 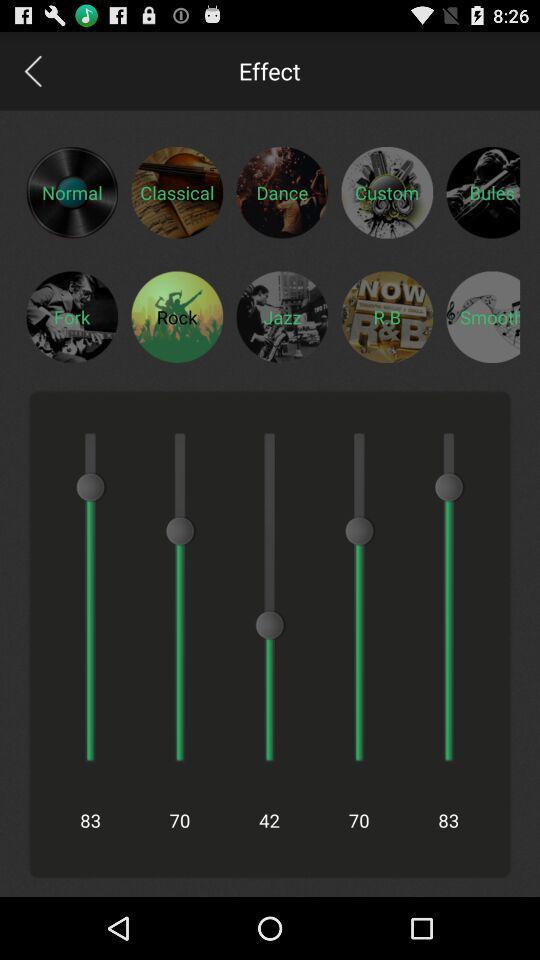 I want to click on custom effect, so click(x=387, y=192).